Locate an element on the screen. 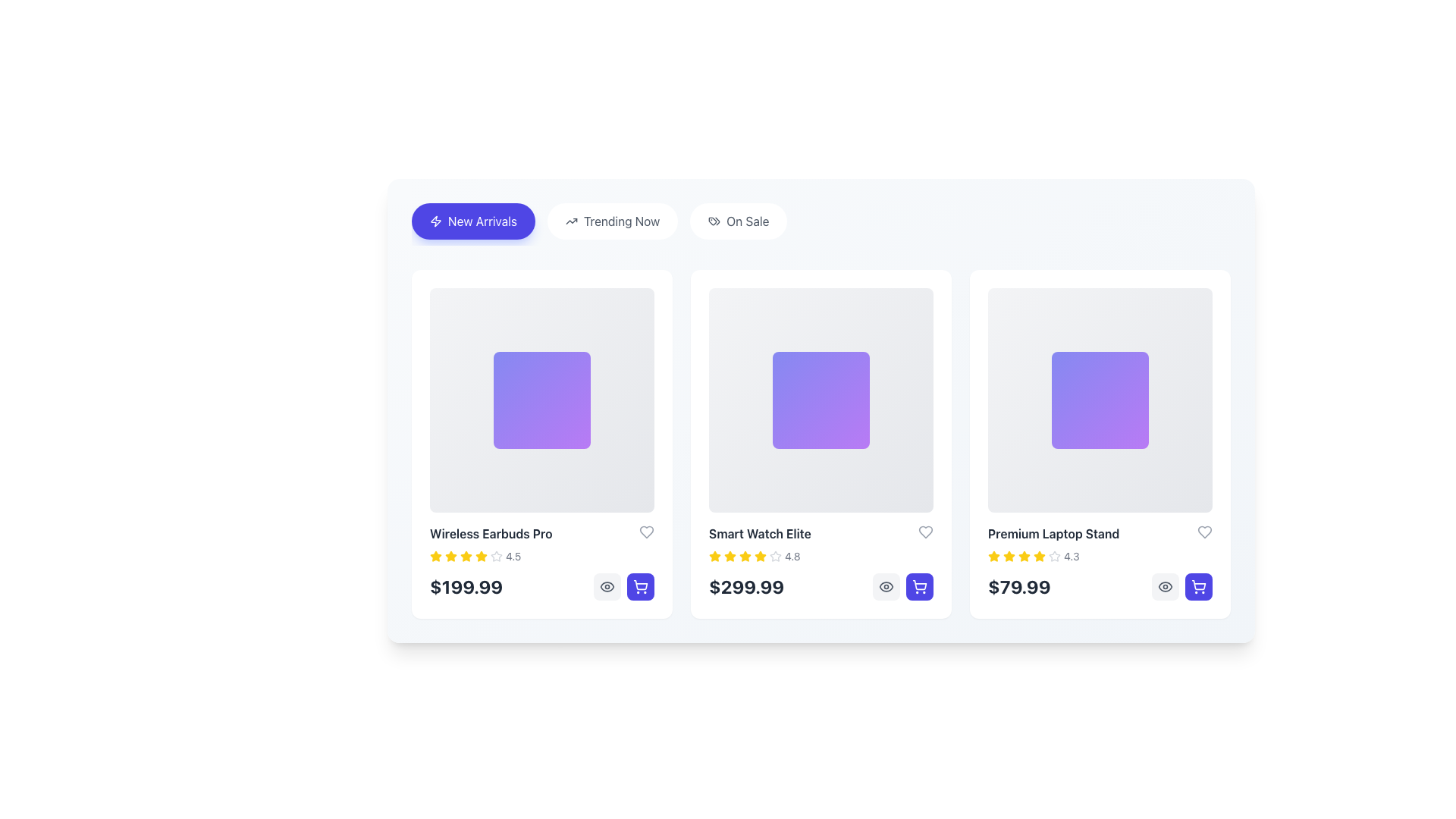 The image size is (1456, 819). the indigo-colored circular button labeled 'Premium Laptop Stand' is located at coordinates (919, 586).